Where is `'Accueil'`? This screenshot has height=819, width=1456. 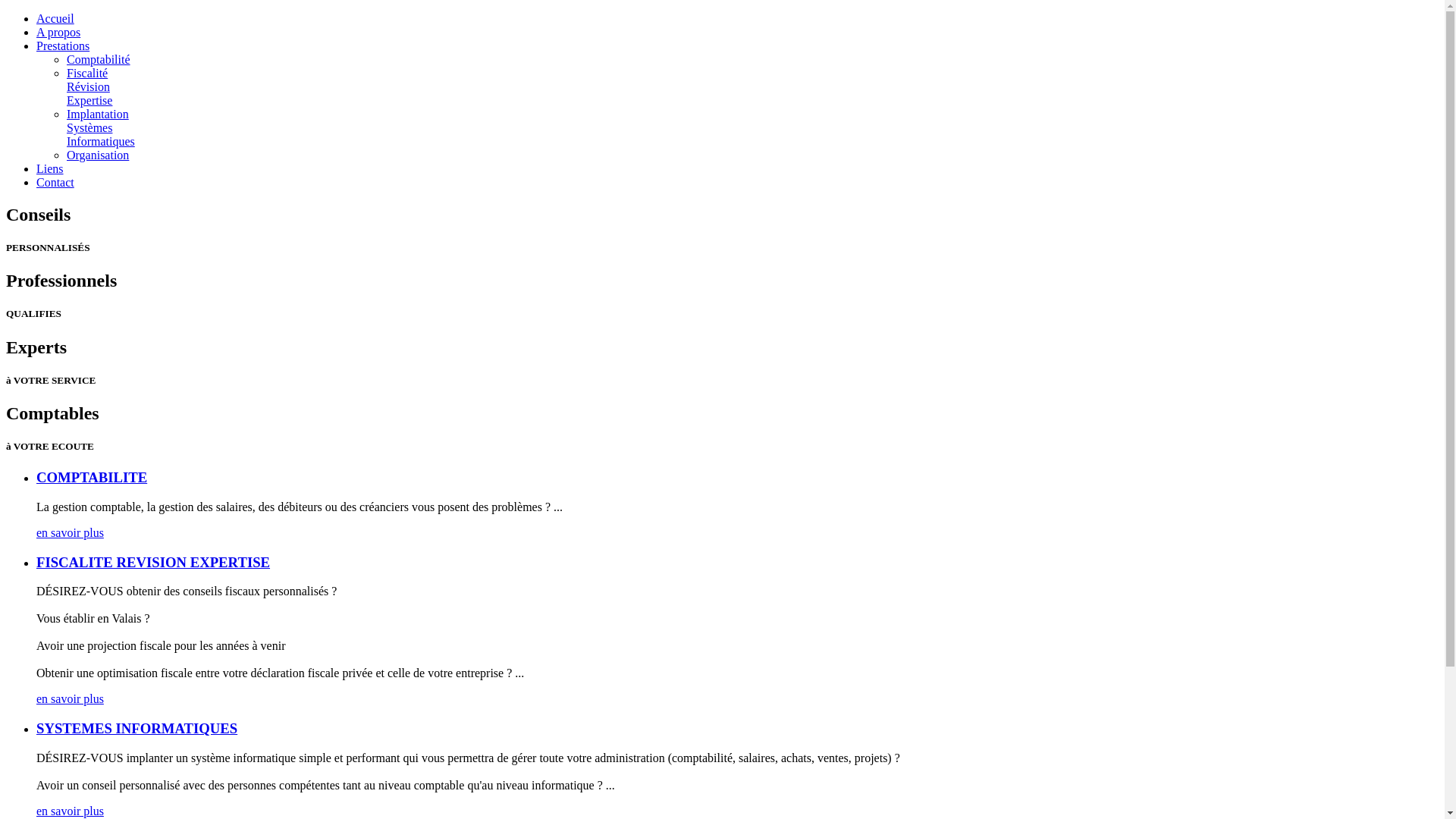 'Accueil' is located at coordinates (55, 18).